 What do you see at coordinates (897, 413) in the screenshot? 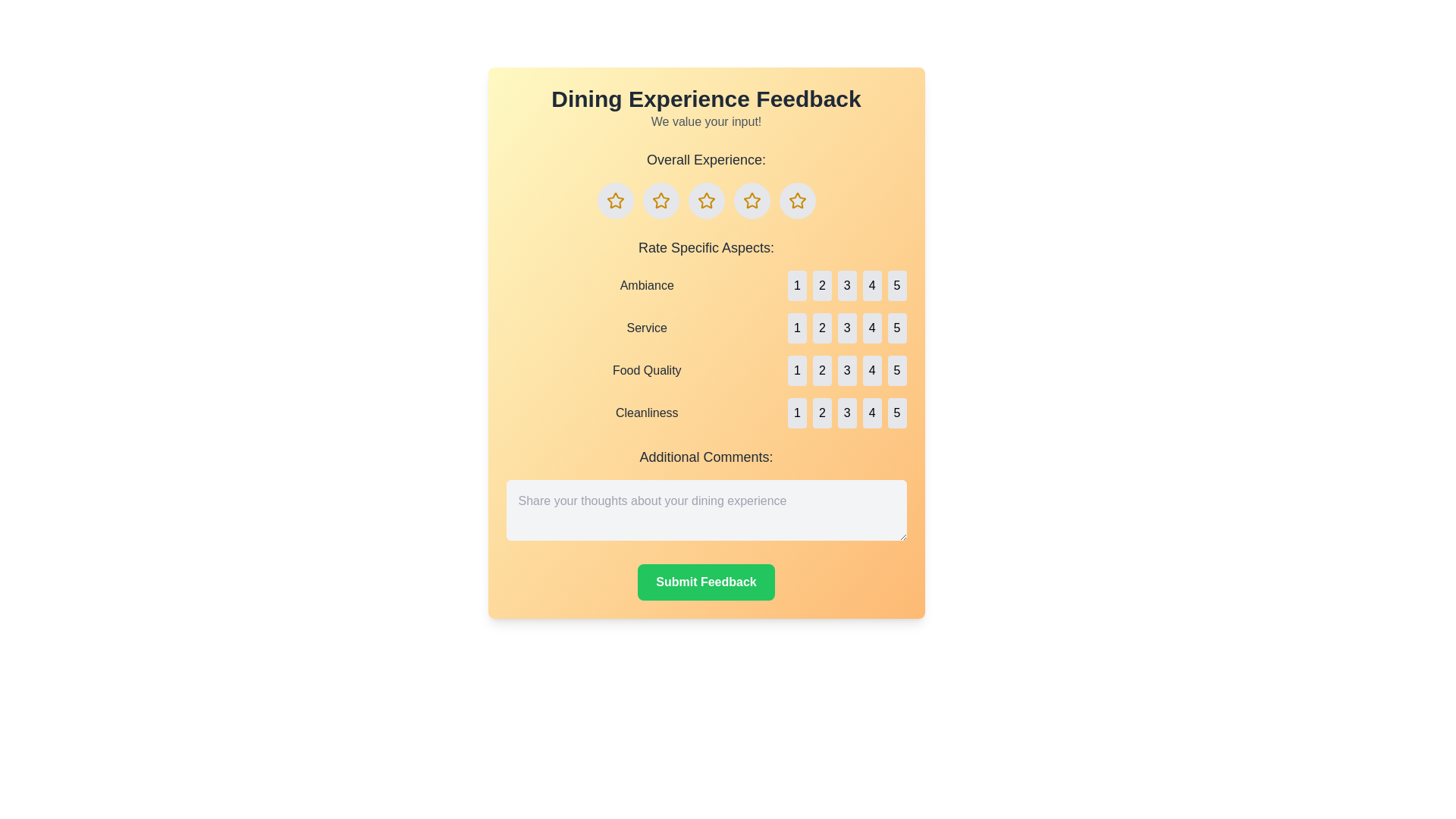
I see `the fifth rounded rectangular button labeled '5' with a gray background that turns yellow on hover, located under the 'Cleanliness' category` at bounding box center [897, 413].